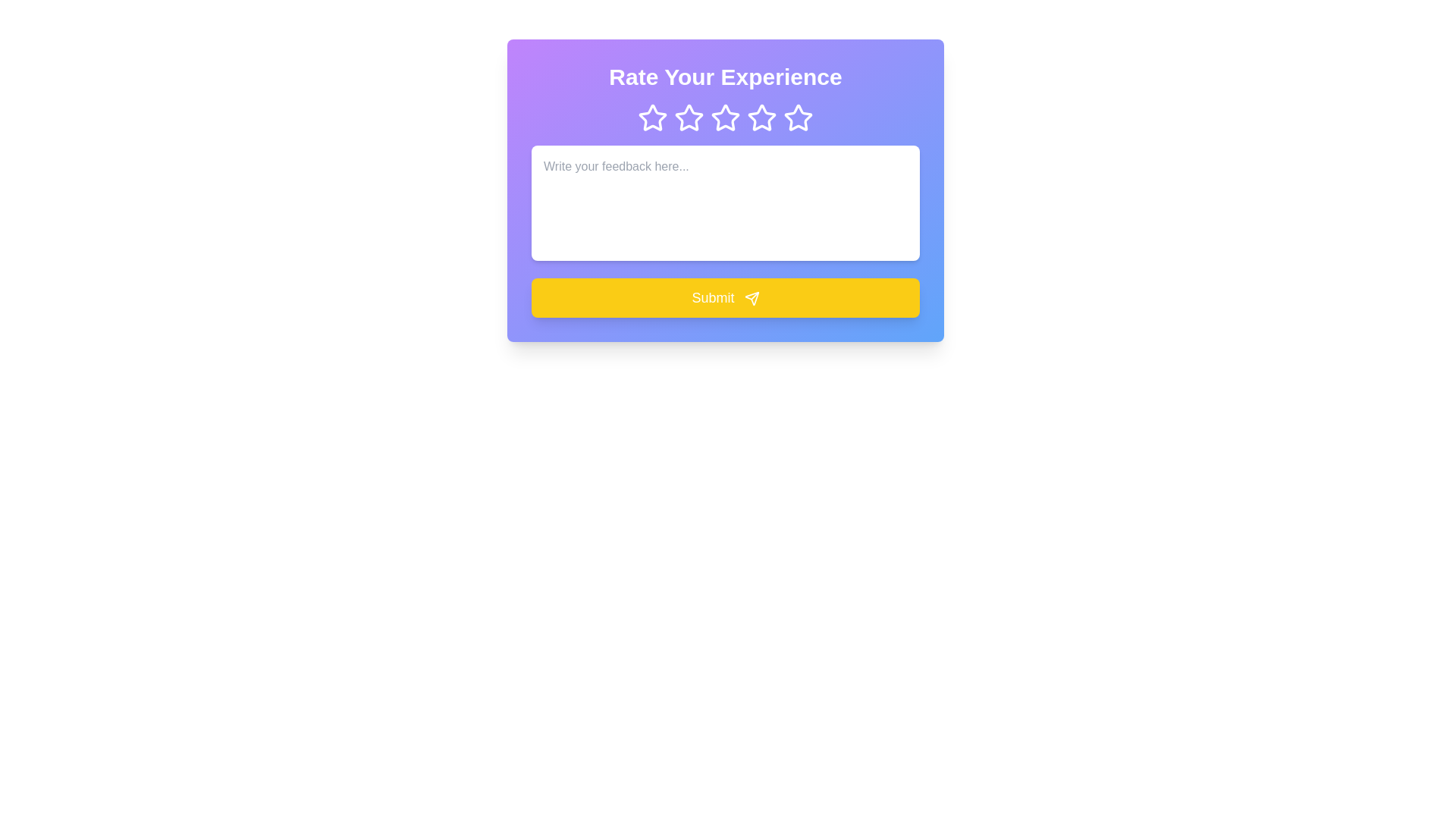 Image resolution: width=1456 pixels, height=819 pixels. What do you see at coordinates (724, 117) in the screenshot?
I see `the third star rating icon, which is light purple and located in the center of the feedback section` at bounding box center [724, 117].